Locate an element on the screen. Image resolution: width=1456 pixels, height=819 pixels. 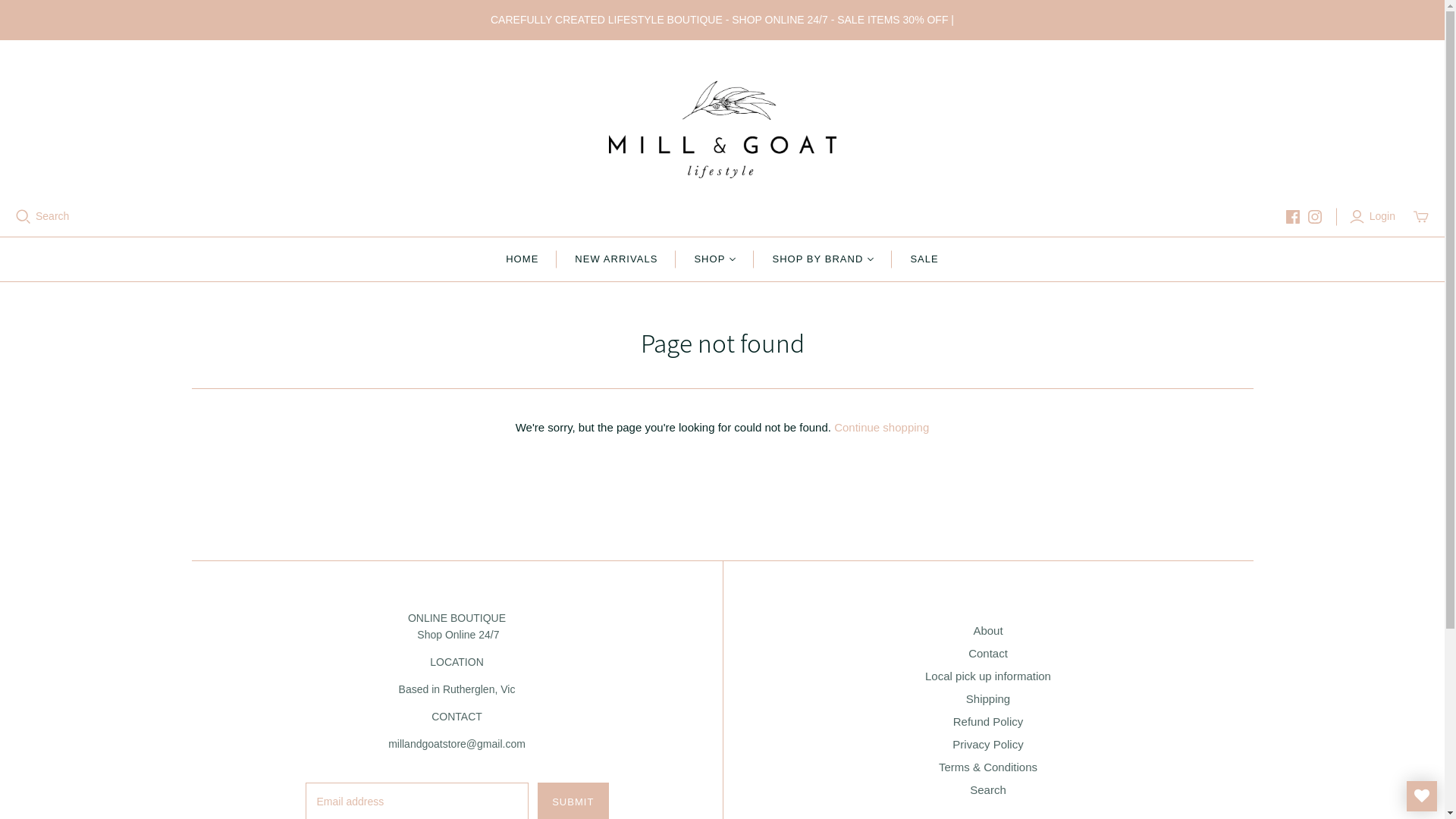
'MY WISHLIST' is located at coordinates (1421, 795).